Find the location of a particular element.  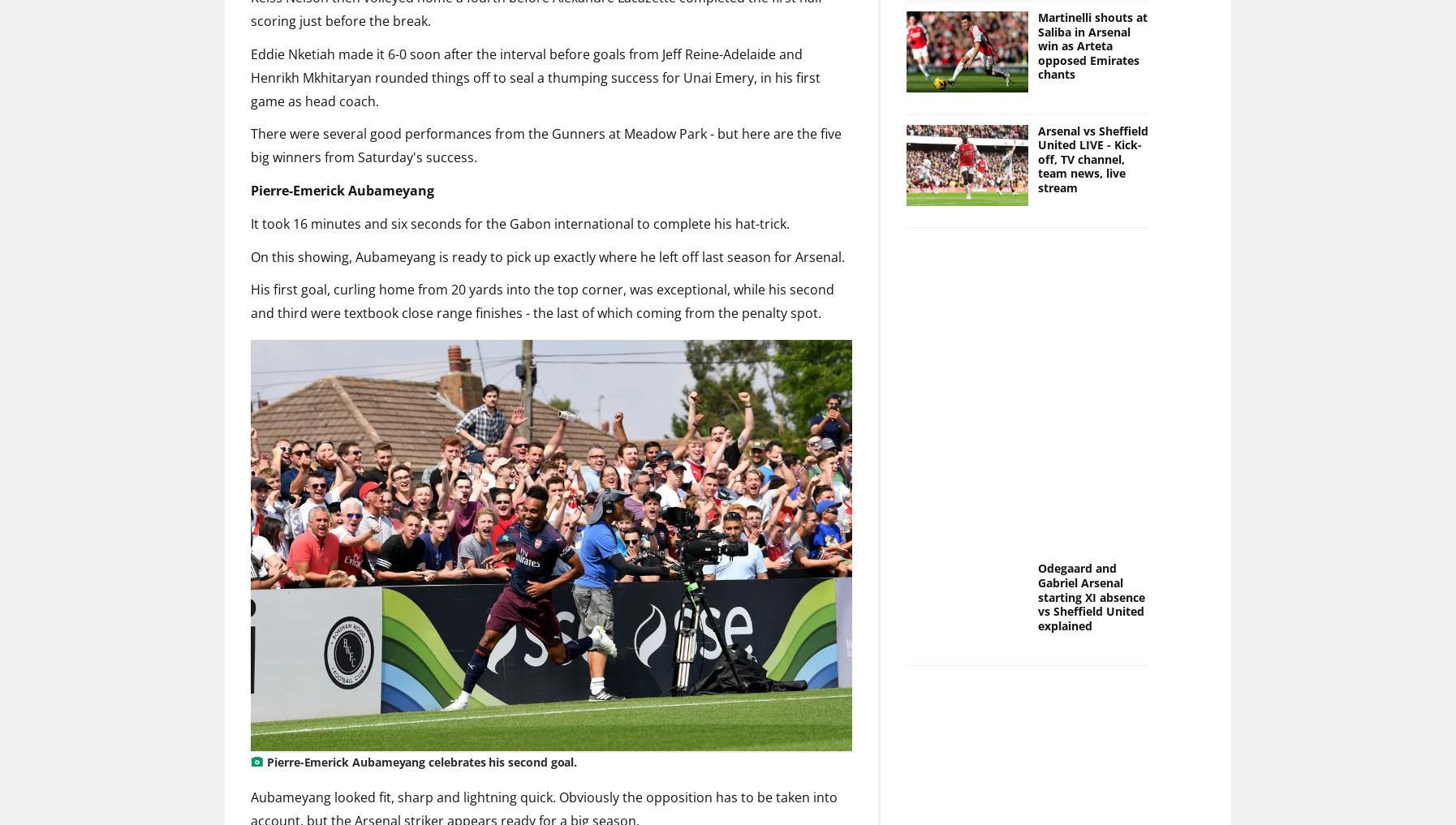

'Martinelli shouts at Saliba in Arsenal win as Arteta opposed Emirates chants' is located at coordinates (1091, 45).